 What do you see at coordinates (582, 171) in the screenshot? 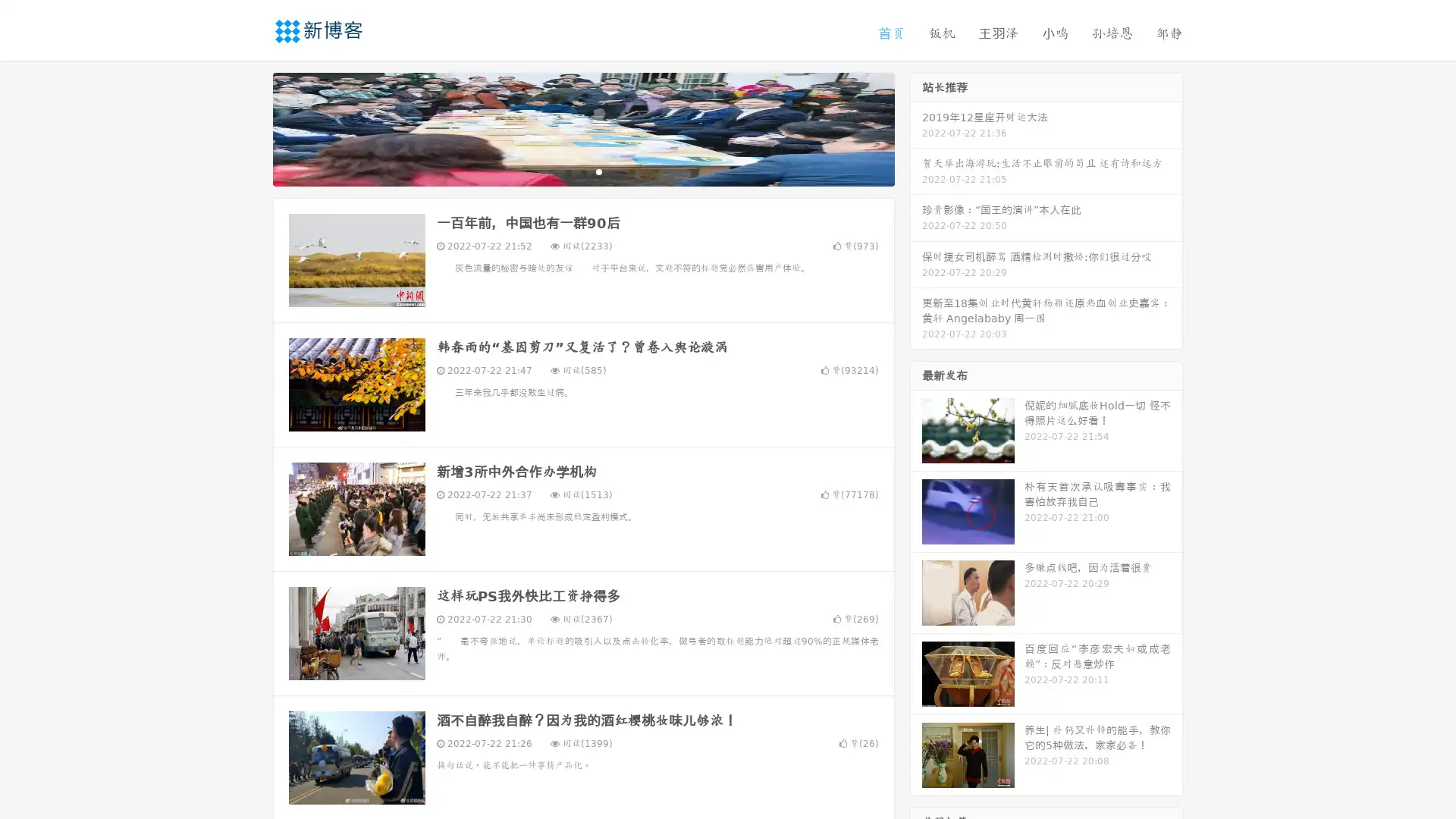
I see `Go to slide 2` at bounding box center [582, 171].